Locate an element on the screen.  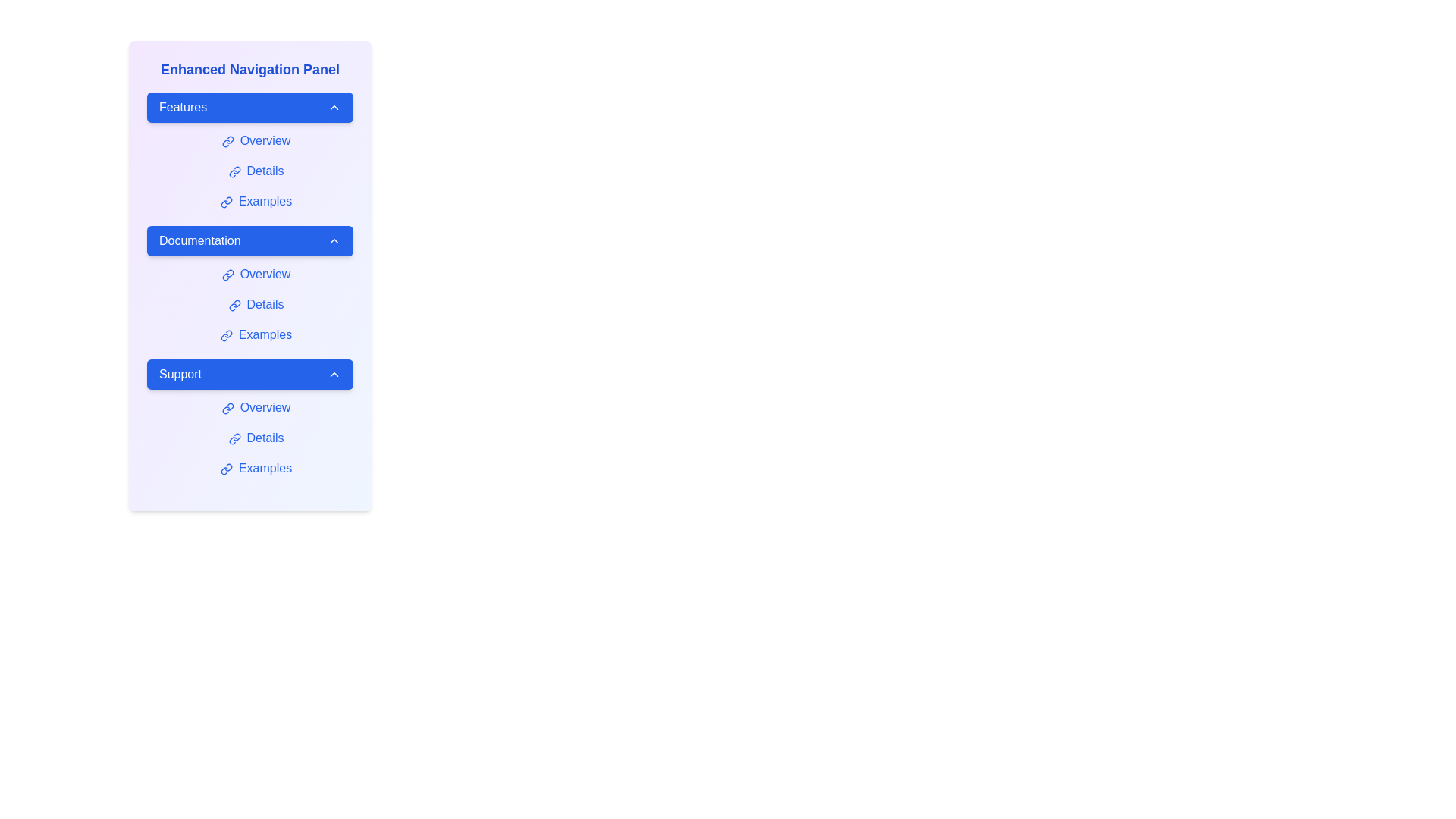
decorative icon located before the 'Overview' hyperlink in the 'Documentation' section of the vertical navigation menu for additional information is located at coordinates (227, 275).